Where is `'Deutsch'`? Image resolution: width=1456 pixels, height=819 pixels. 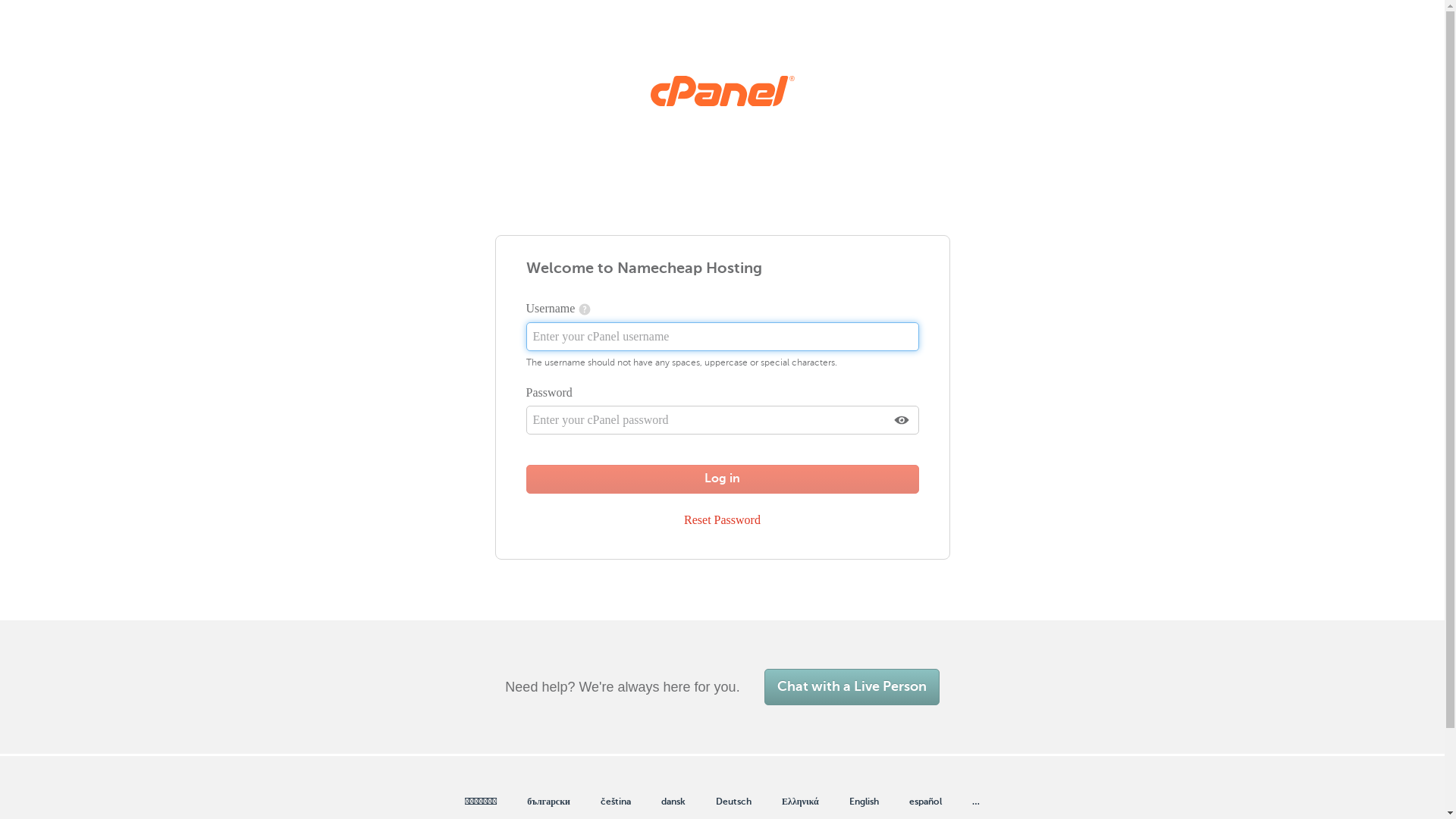
'Deutsch' is located at coordinates (733, 801).